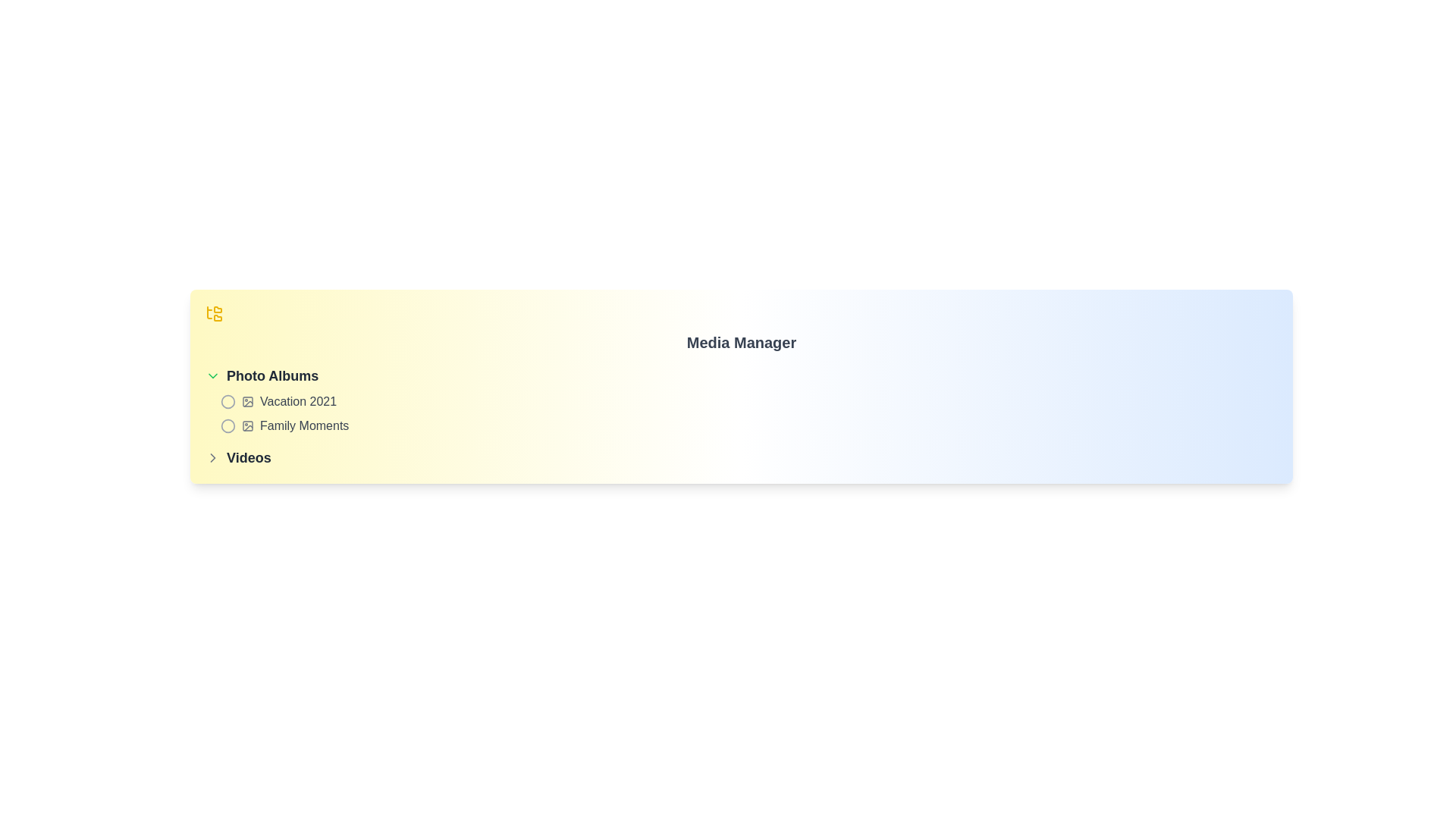  I want to click on the photo album icon located in the second row of the 'Photo Albums' section, to the left of the label 'Family Moments', so click(247, 426).